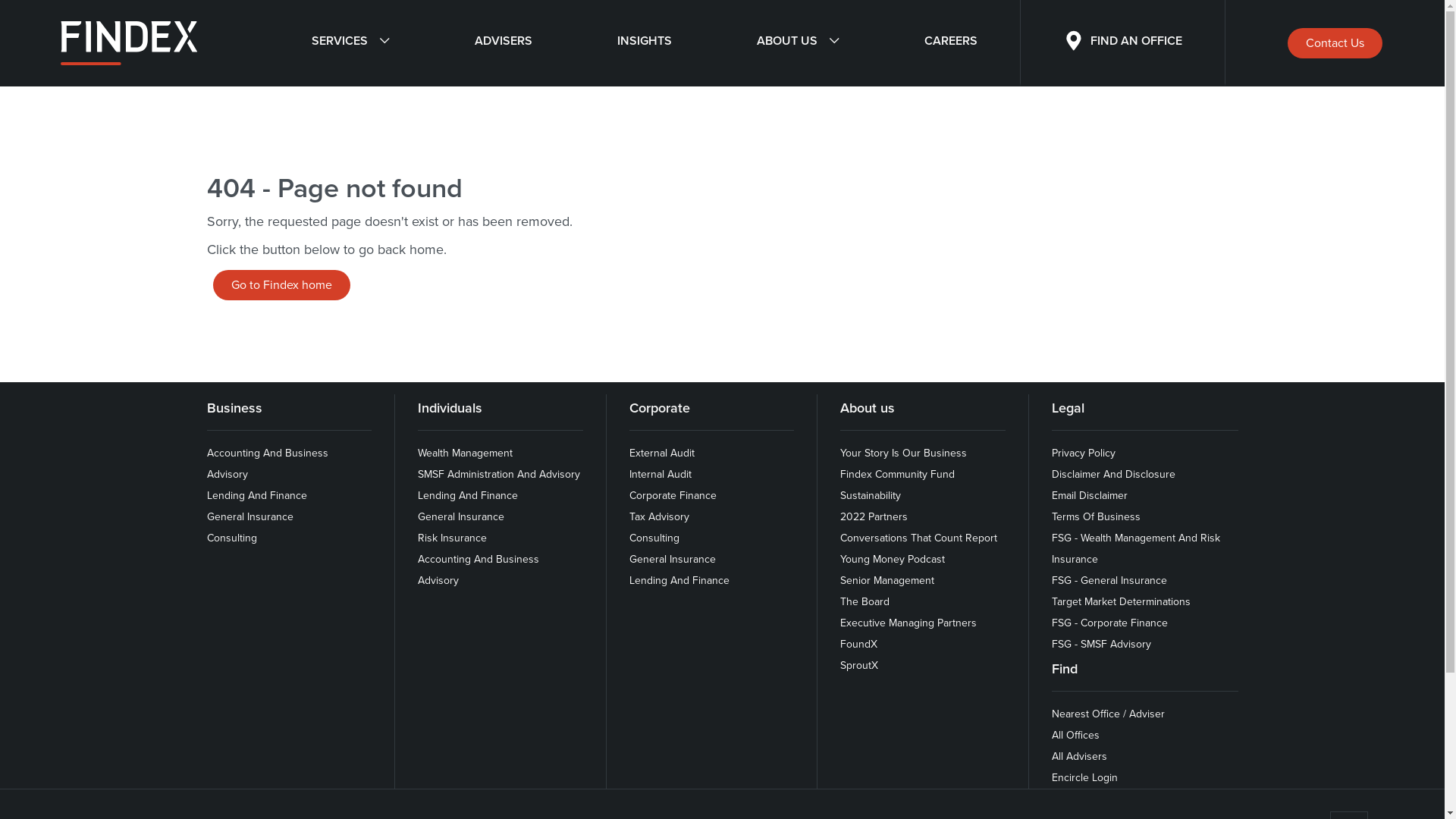  What do you see at coordinates (1108, 714) in the screenshot?
I see `'Nearest Office / Adviser'` at bounding box center [1108, 714].